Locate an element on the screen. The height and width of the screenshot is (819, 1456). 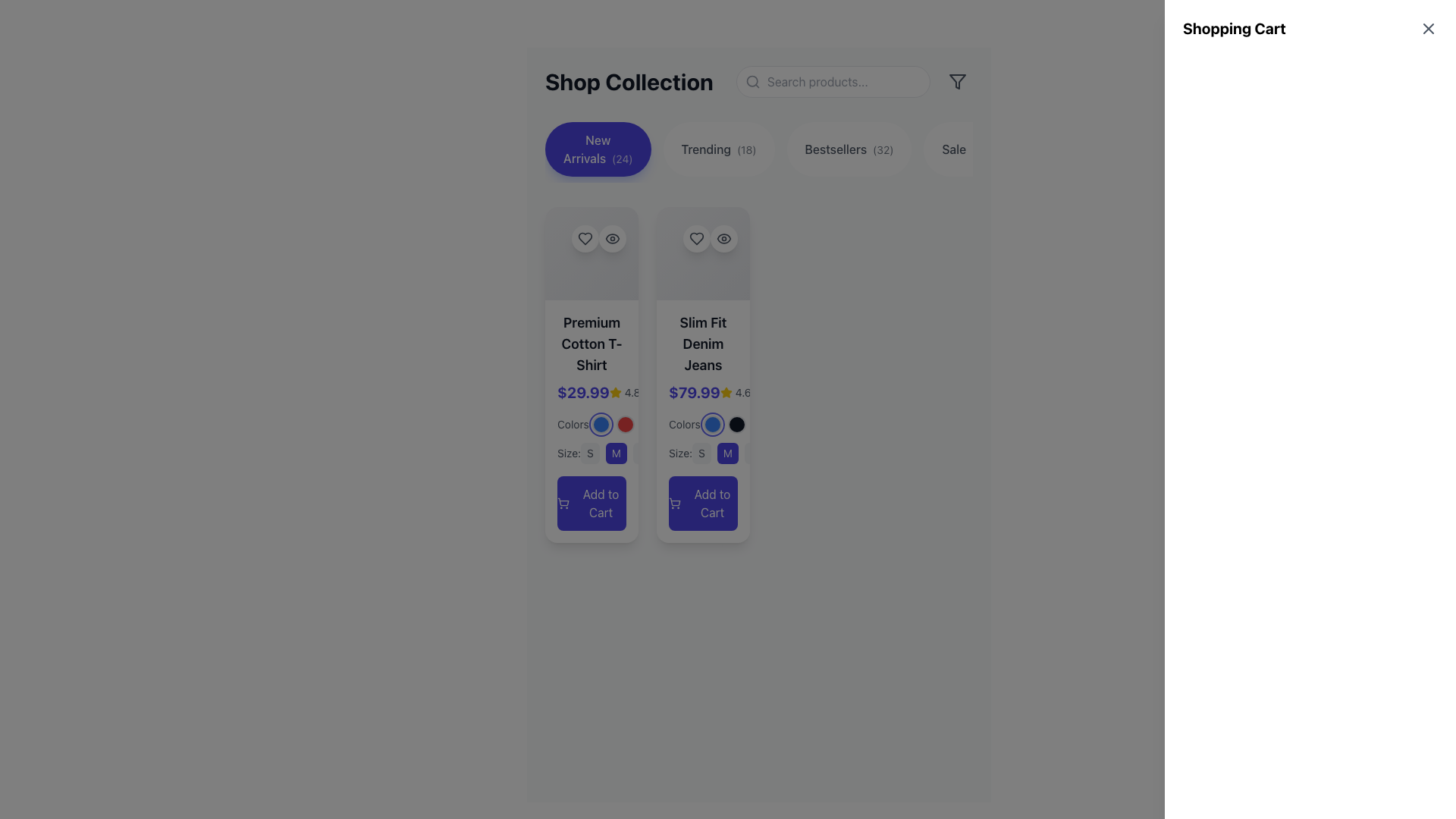
the black color circle in the Color selector for the 'Slim Fit Denim Jeans' product, which is located below the price and rating section and above the size selector is located at coordinates (702, 424).